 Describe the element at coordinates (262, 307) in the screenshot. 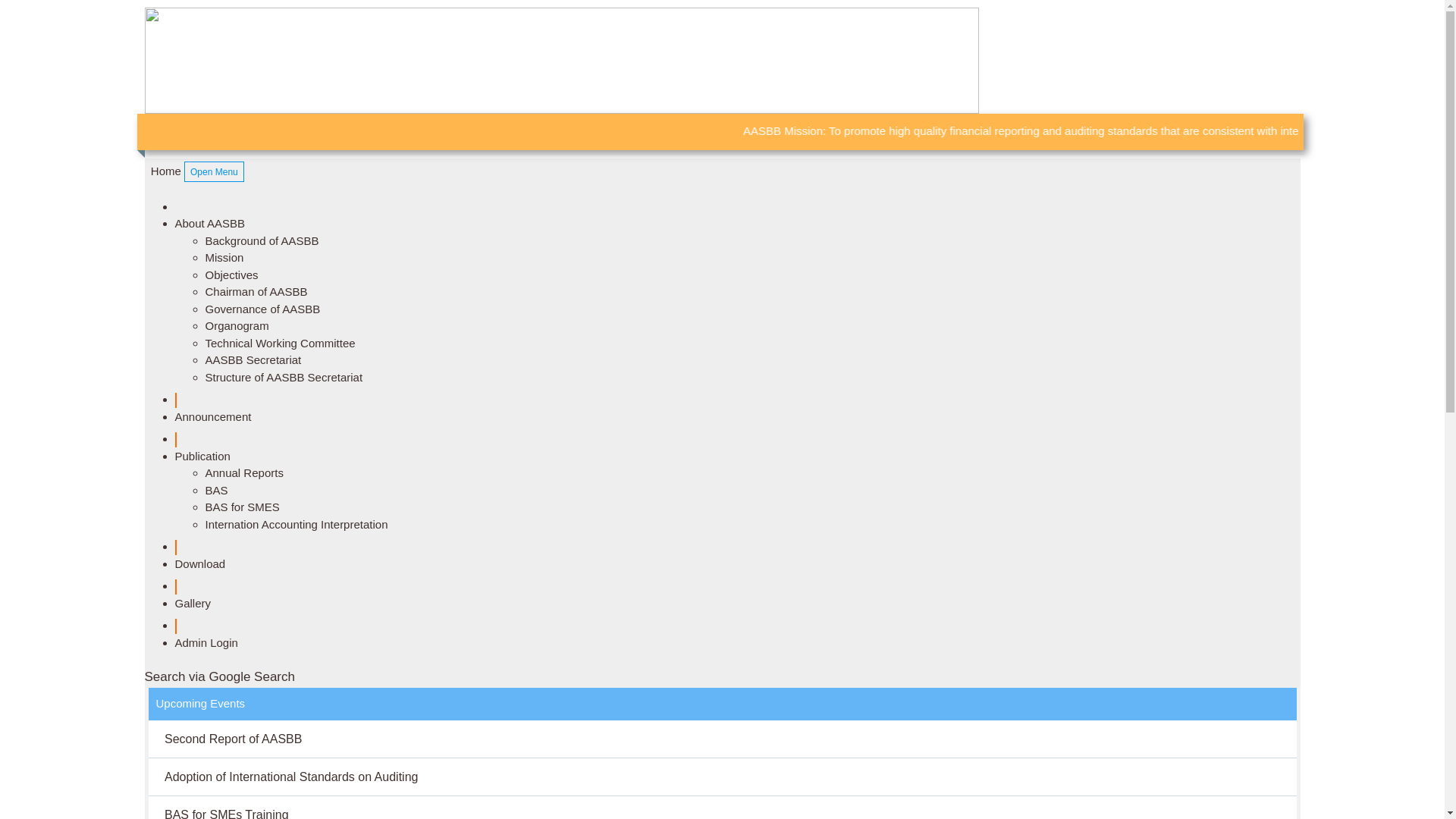

I see `'Governance of AASBB'` at that location.